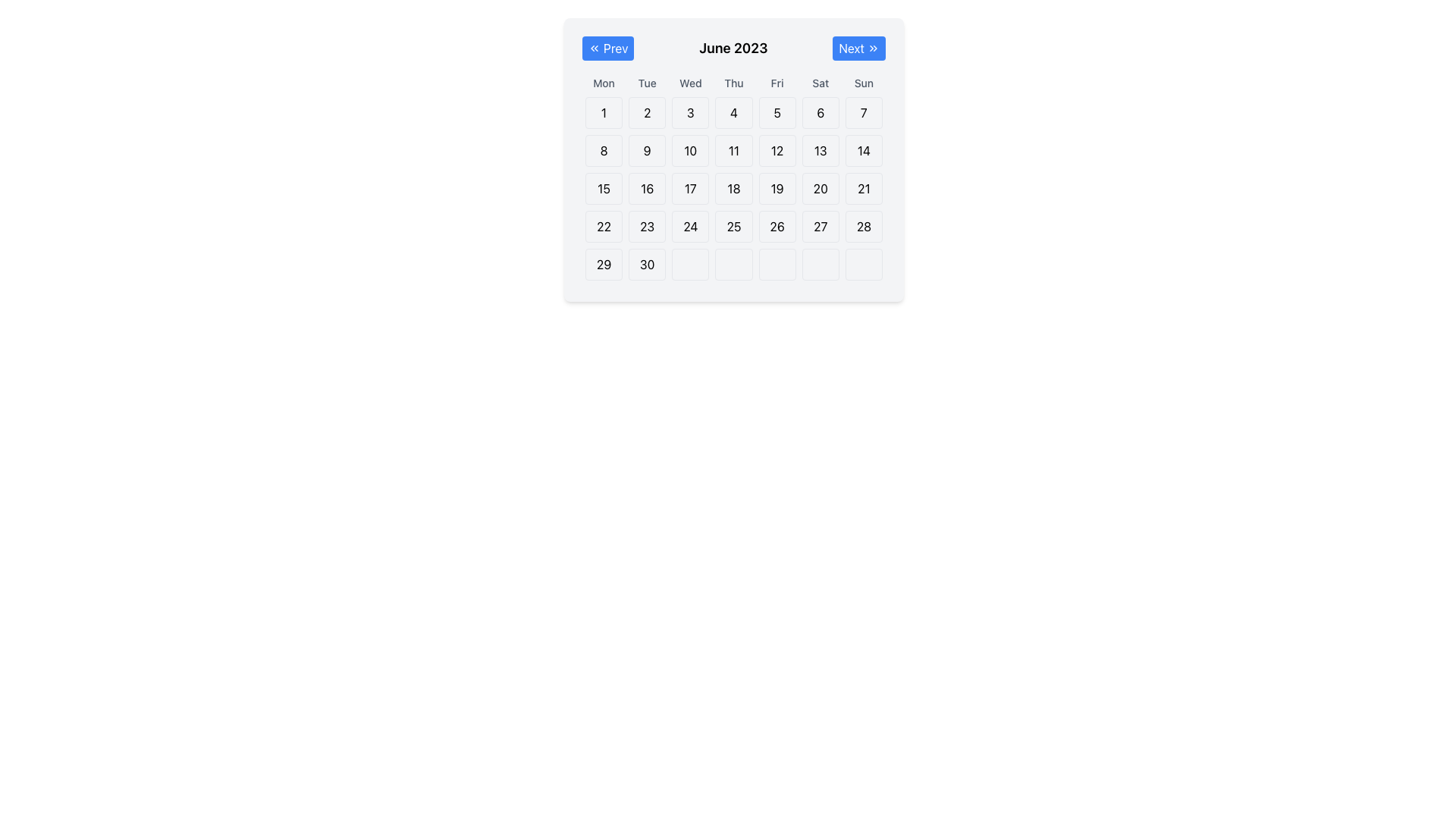 This screenshot has height=819, width=1456. What do you see at coordinates (647, 83) in the screenshot?
I see `the text label displaying 'Tue', which is the second weekday header in the calendar interface` at bounding box center [647, 83].